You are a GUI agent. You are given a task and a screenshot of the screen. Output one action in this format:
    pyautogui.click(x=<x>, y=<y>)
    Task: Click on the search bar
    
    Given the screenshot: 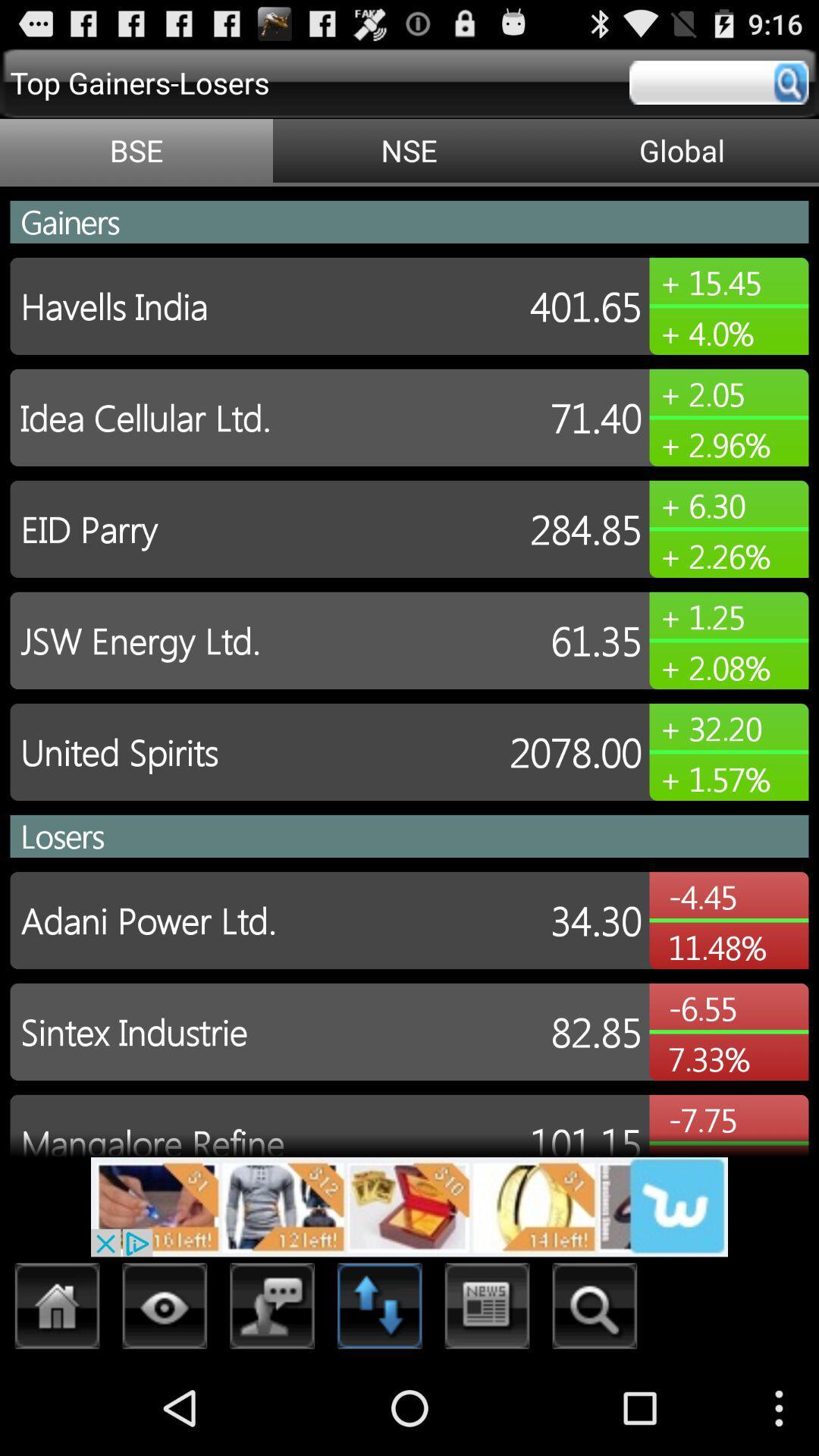 What is the action you would take?
    pyautogui.click(x=718, y=82)
    